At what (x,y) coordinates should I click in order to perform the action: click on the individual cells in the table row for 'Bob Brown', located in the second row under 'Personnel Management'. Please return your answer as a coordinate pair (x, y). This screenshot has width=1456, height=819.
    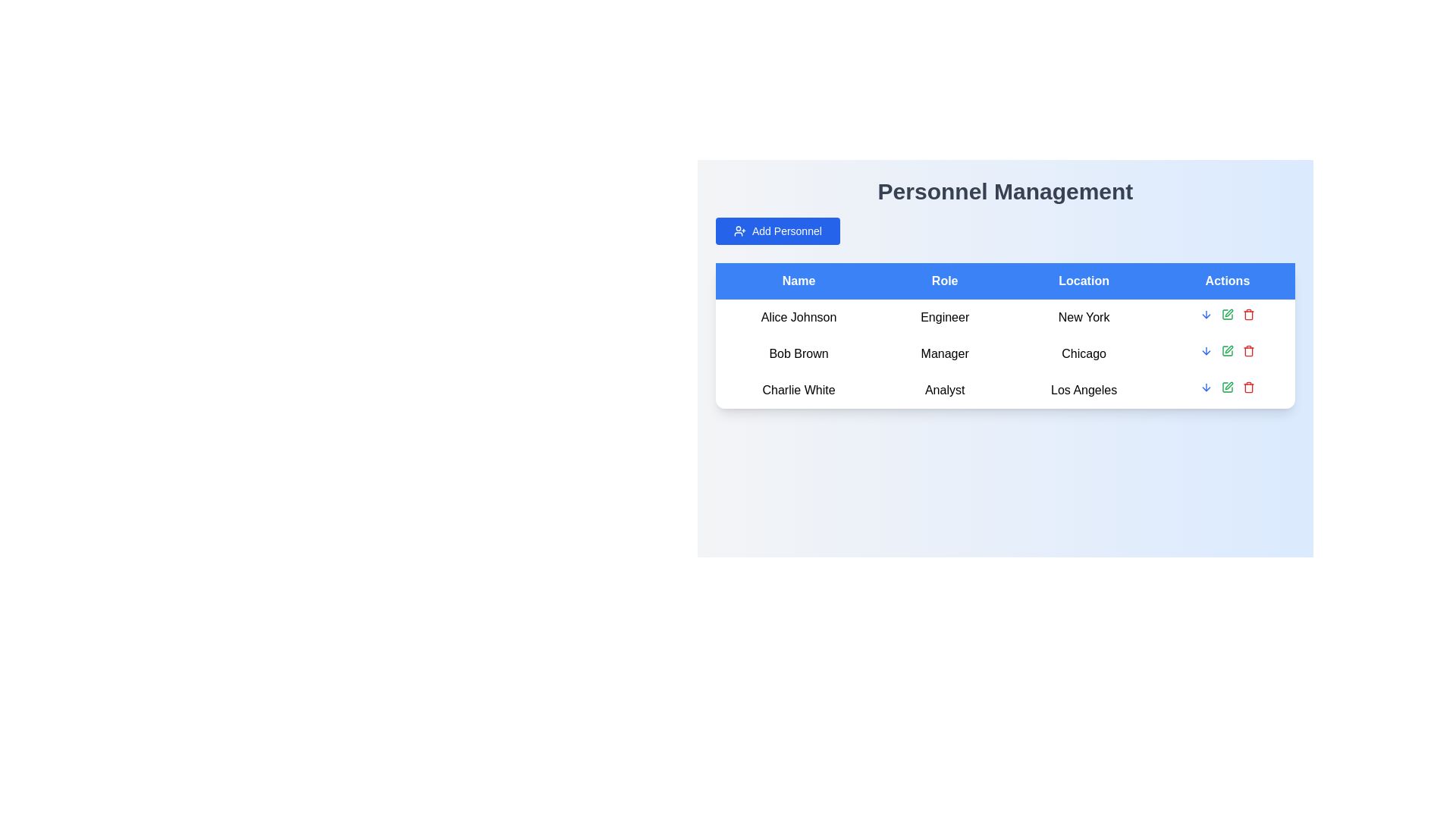
    Looking at the image, I should click on (1005, 353).